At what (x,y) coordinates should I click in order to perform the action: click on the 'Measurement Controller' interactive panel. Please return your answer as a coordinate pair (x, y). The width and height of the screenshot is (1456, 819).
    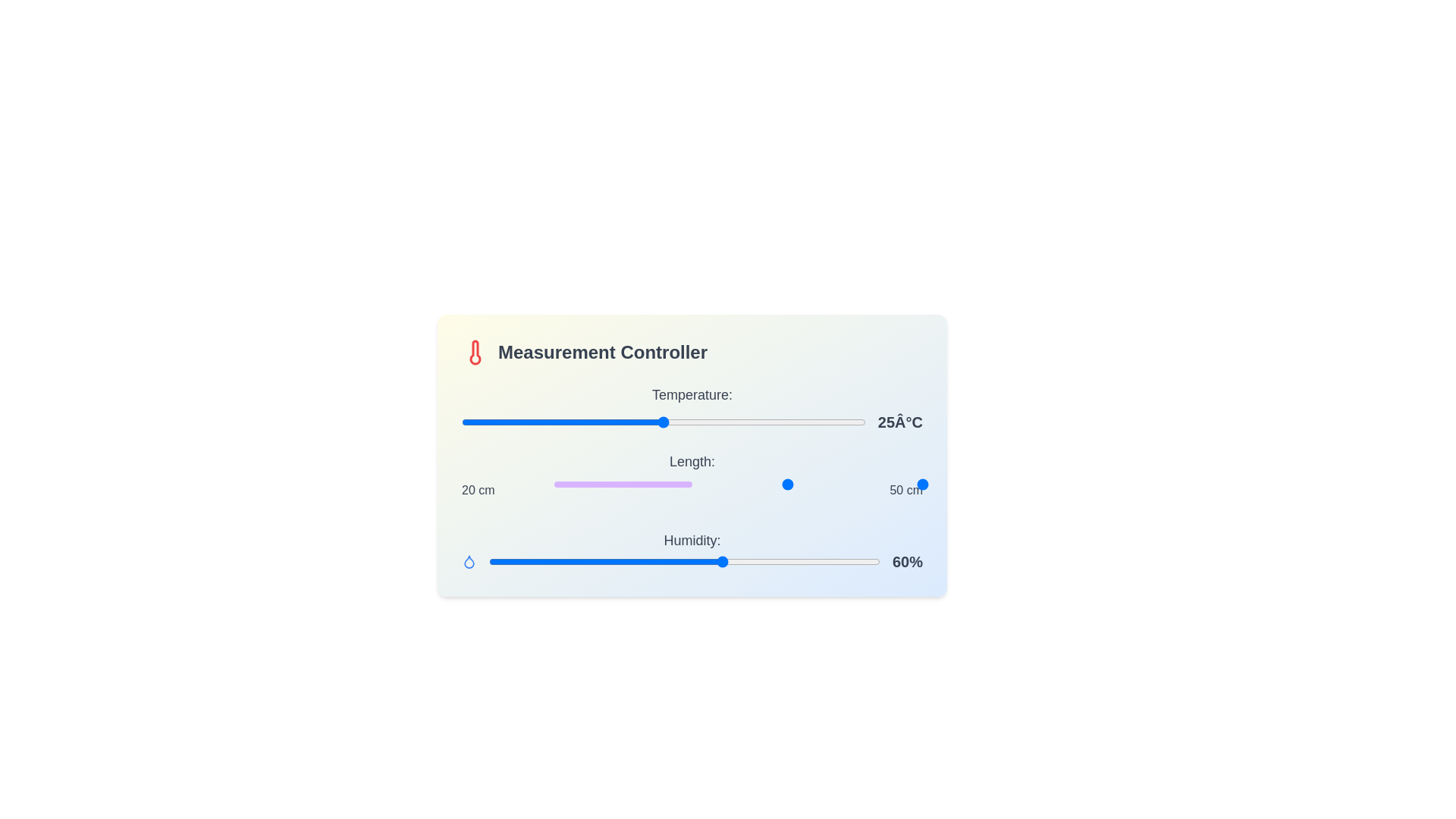
    Looking at the image, I should click on (691, 455).